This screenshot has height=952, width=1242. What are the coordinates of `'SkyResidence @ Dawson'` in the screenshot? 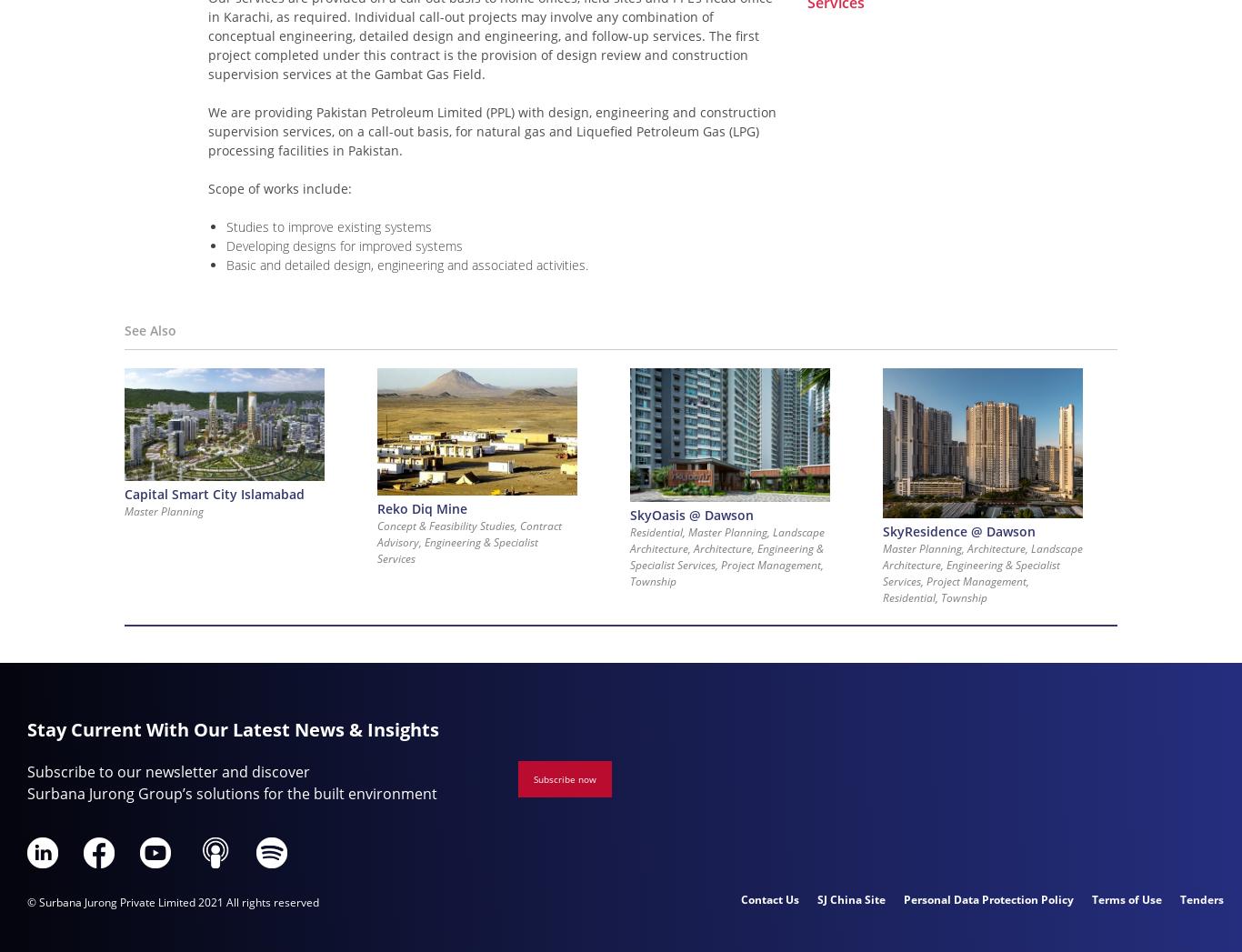 It's located at (957, 530).